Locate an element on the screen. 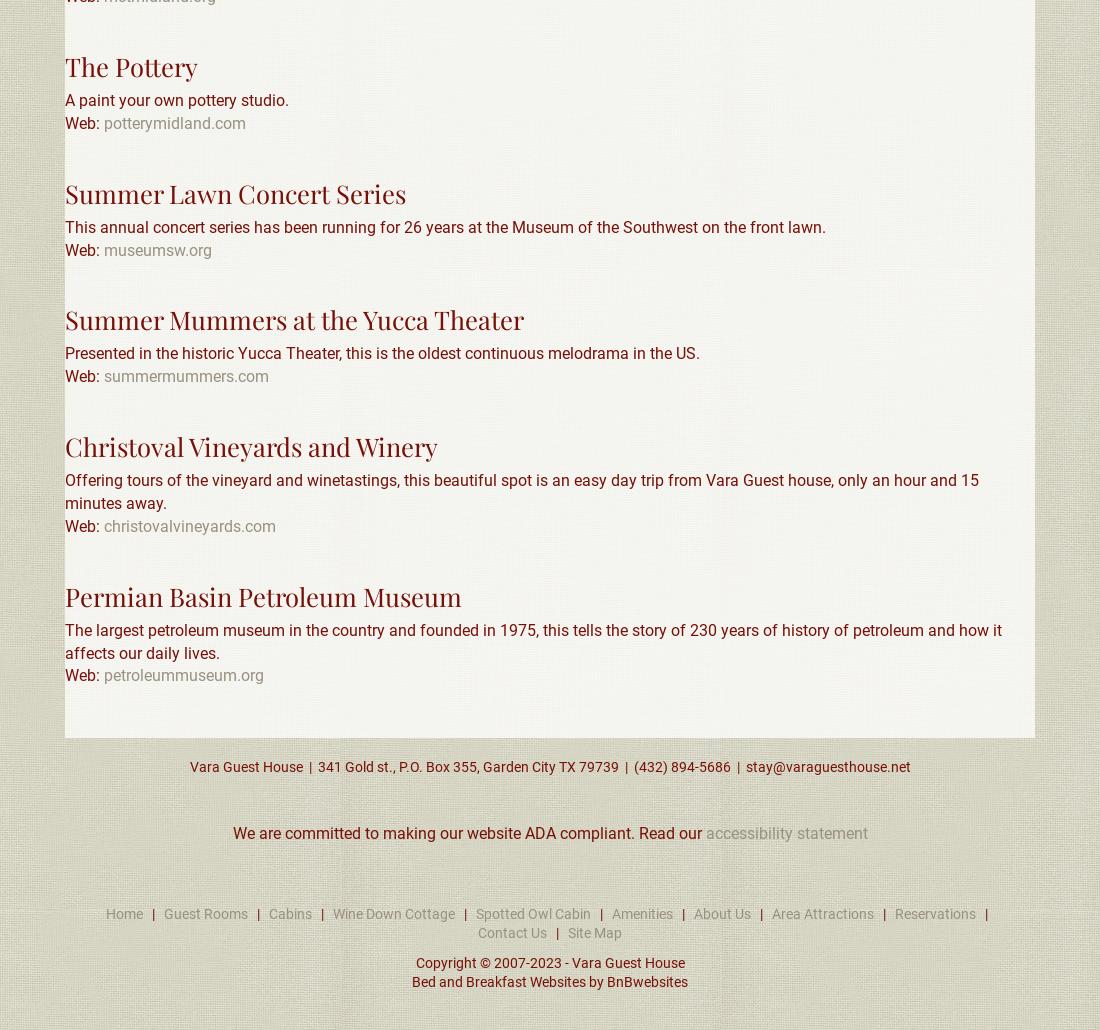  'Area Attractions' is located at coordinates (823, 912).